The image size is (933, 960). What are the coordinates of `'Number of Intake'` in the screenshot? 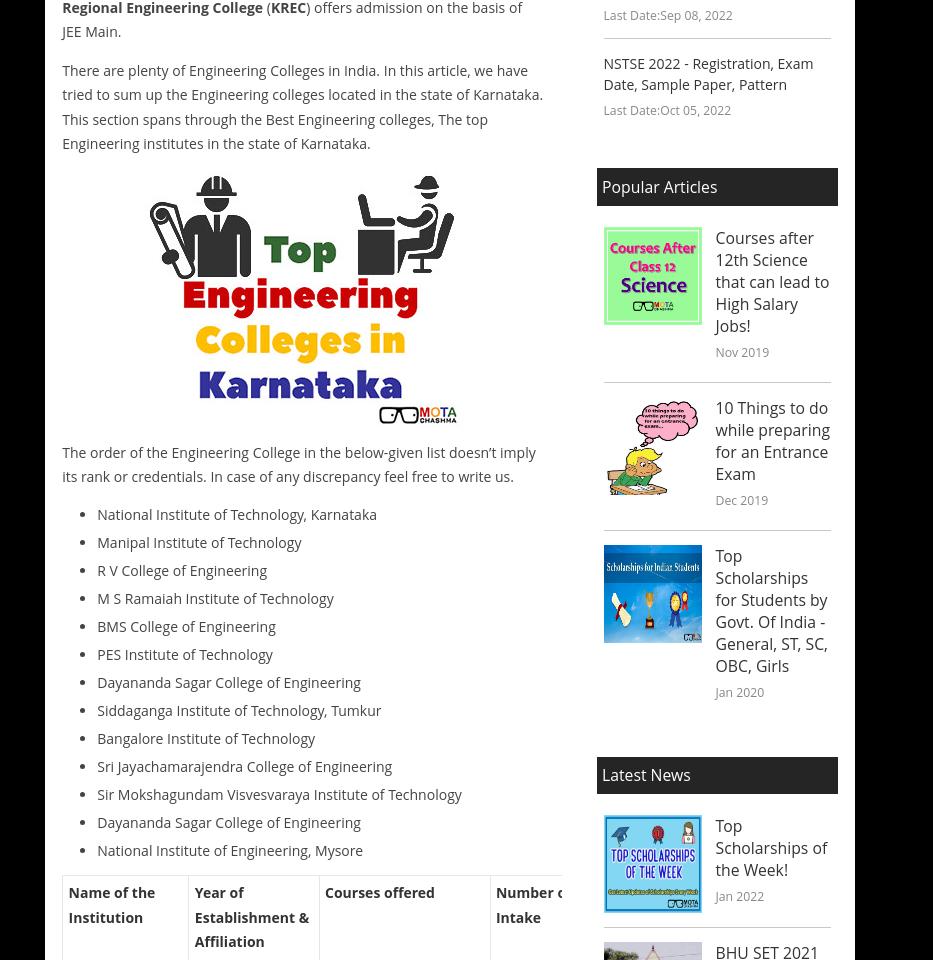 It's located at (532, 904).